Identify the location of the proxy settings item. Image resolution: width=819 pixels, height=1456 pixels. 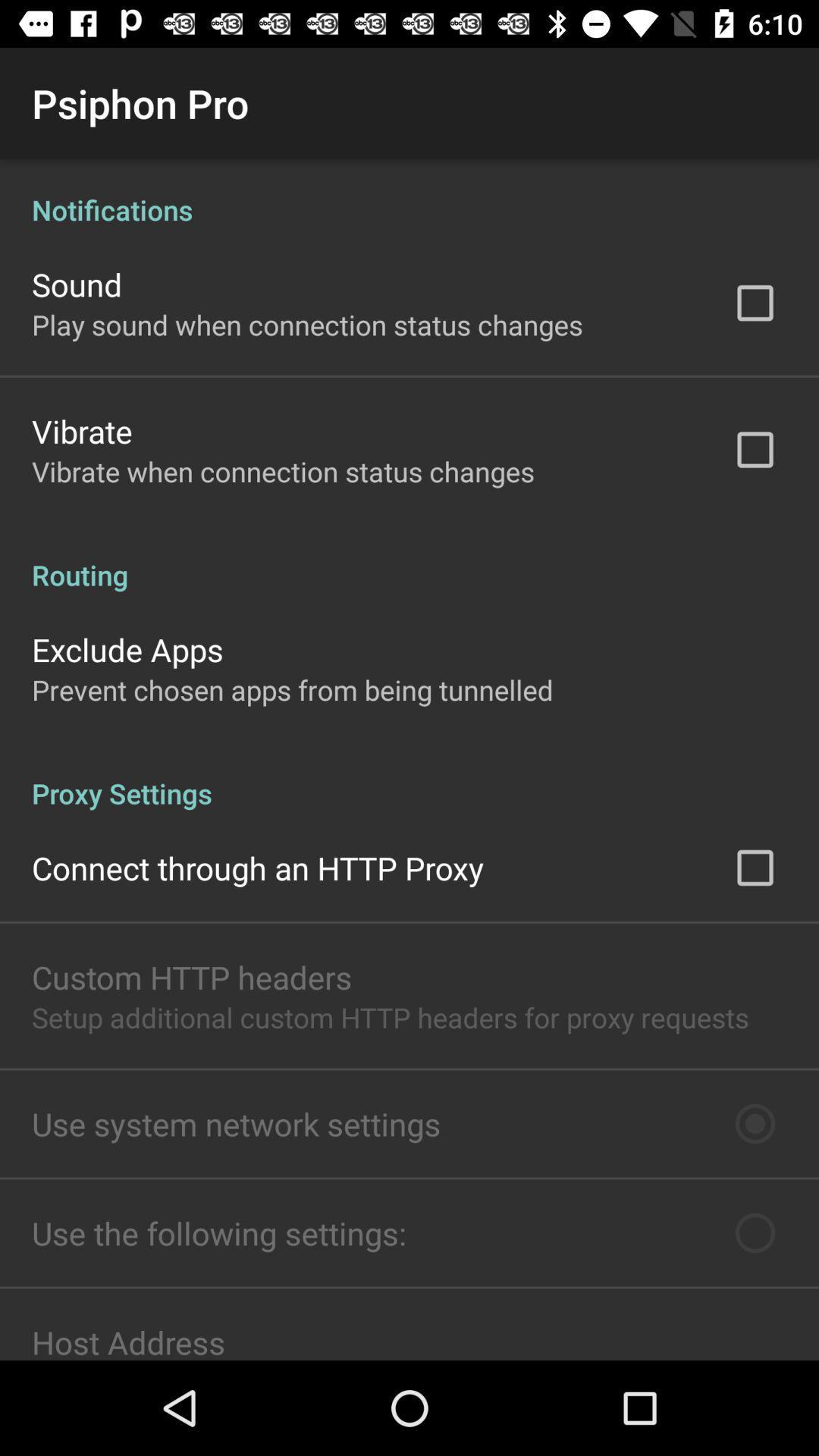
(409, 777).